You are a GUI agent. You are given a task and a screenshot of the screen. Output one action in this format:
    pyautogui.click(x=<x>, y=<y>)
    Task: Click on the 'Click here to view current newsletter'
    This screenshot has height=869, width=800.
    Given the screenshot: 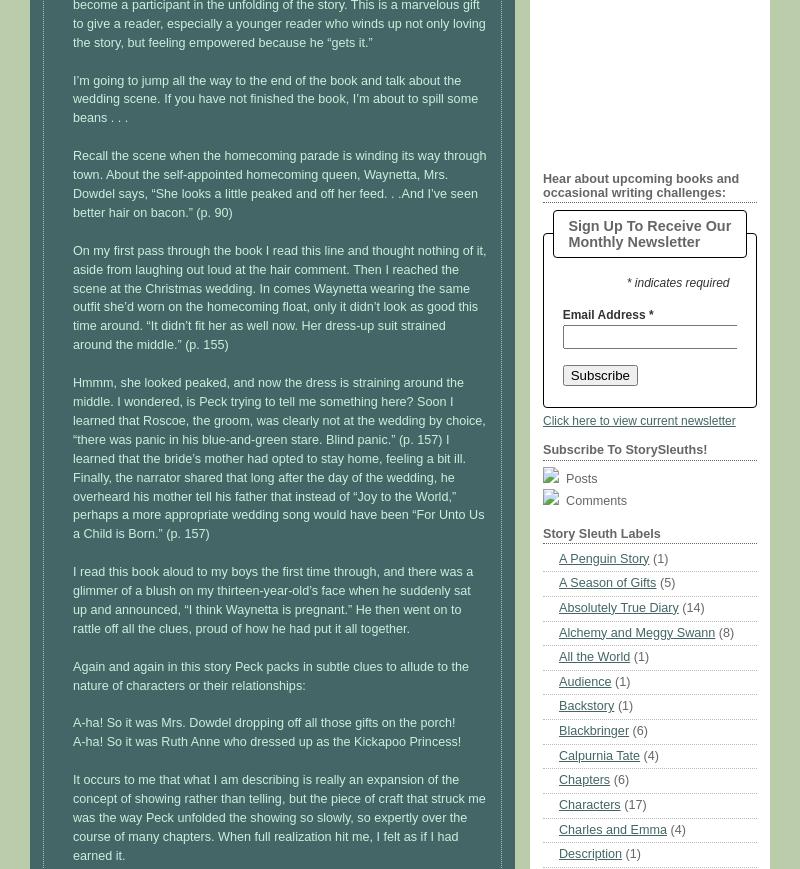 What is the action you would take?
    pyautogui.click(x=637, y=418)
    